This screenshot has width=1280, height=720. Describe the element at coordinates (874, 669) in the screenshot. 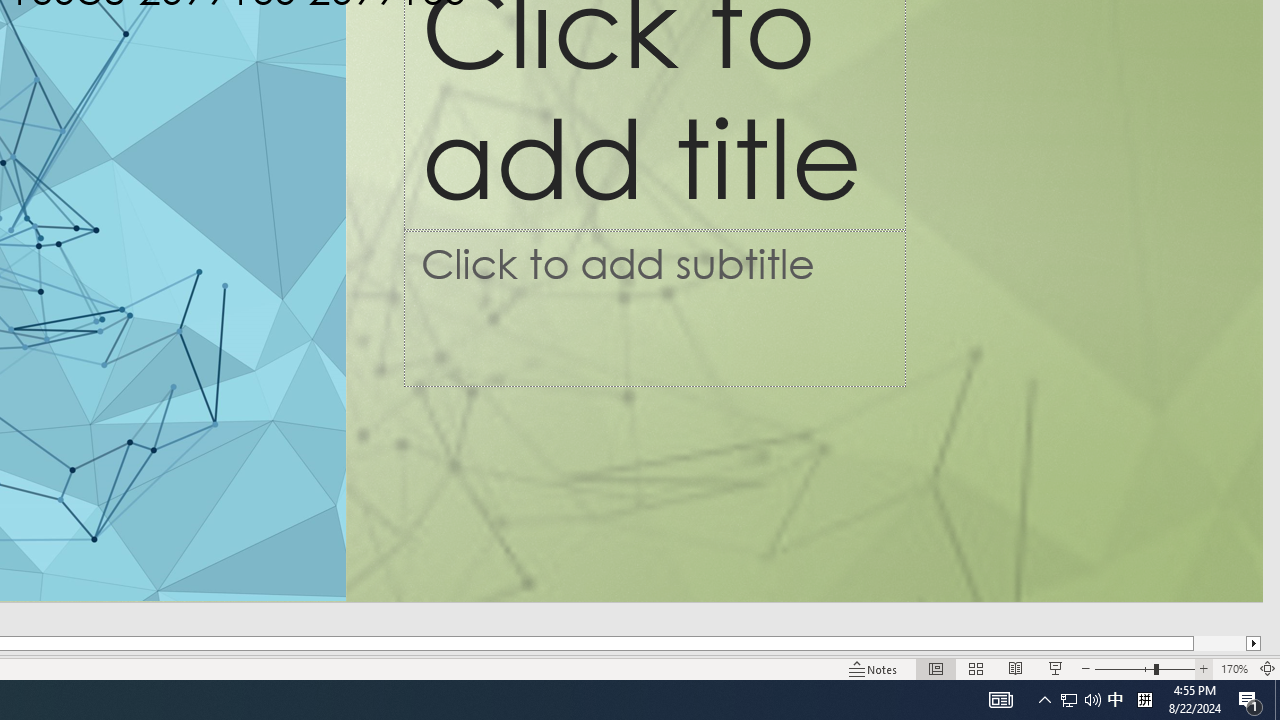

I see `'Notes '` at that location.